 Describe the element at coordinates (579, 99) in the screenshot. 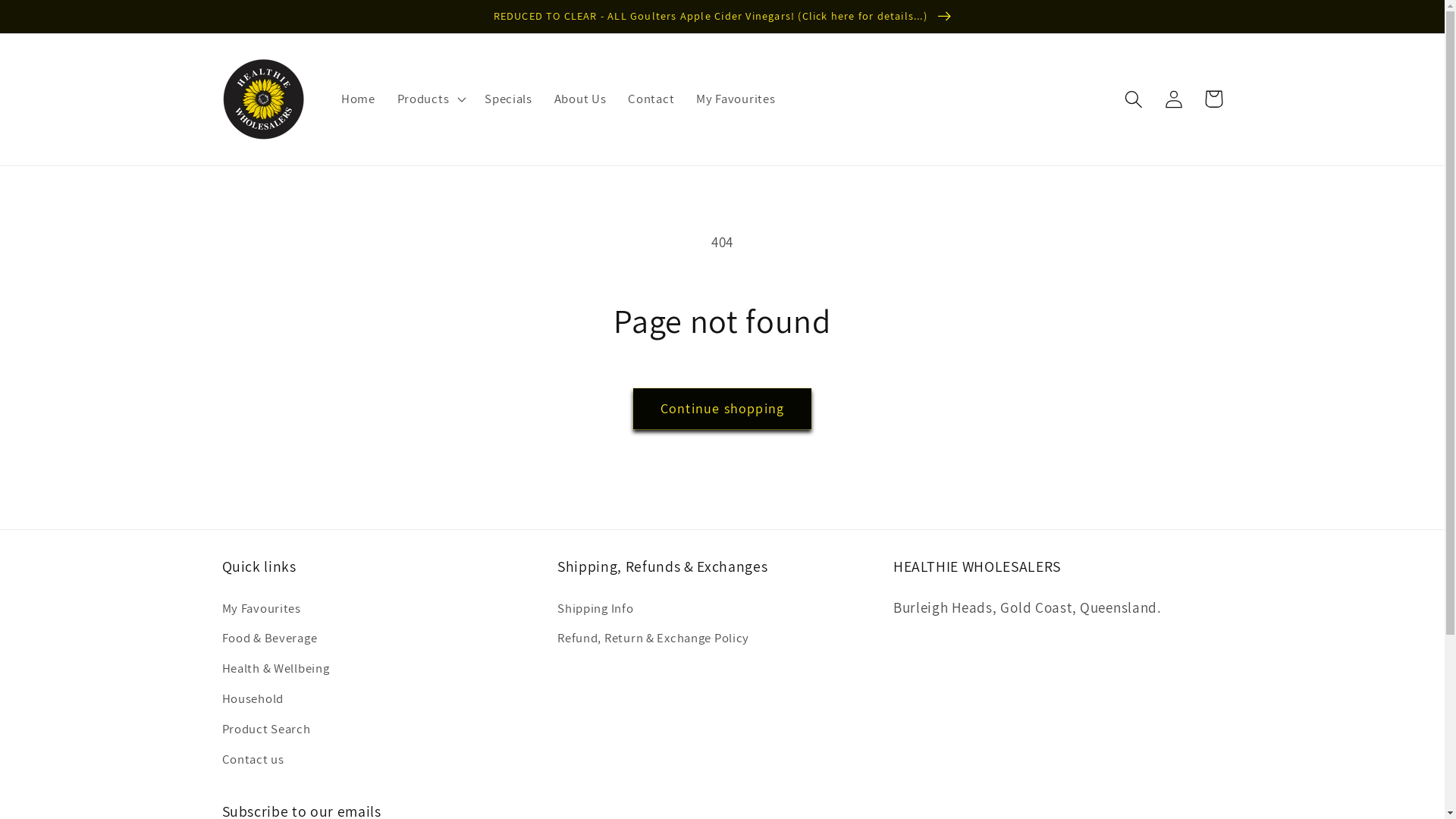

I see `'About Us'` at that location.